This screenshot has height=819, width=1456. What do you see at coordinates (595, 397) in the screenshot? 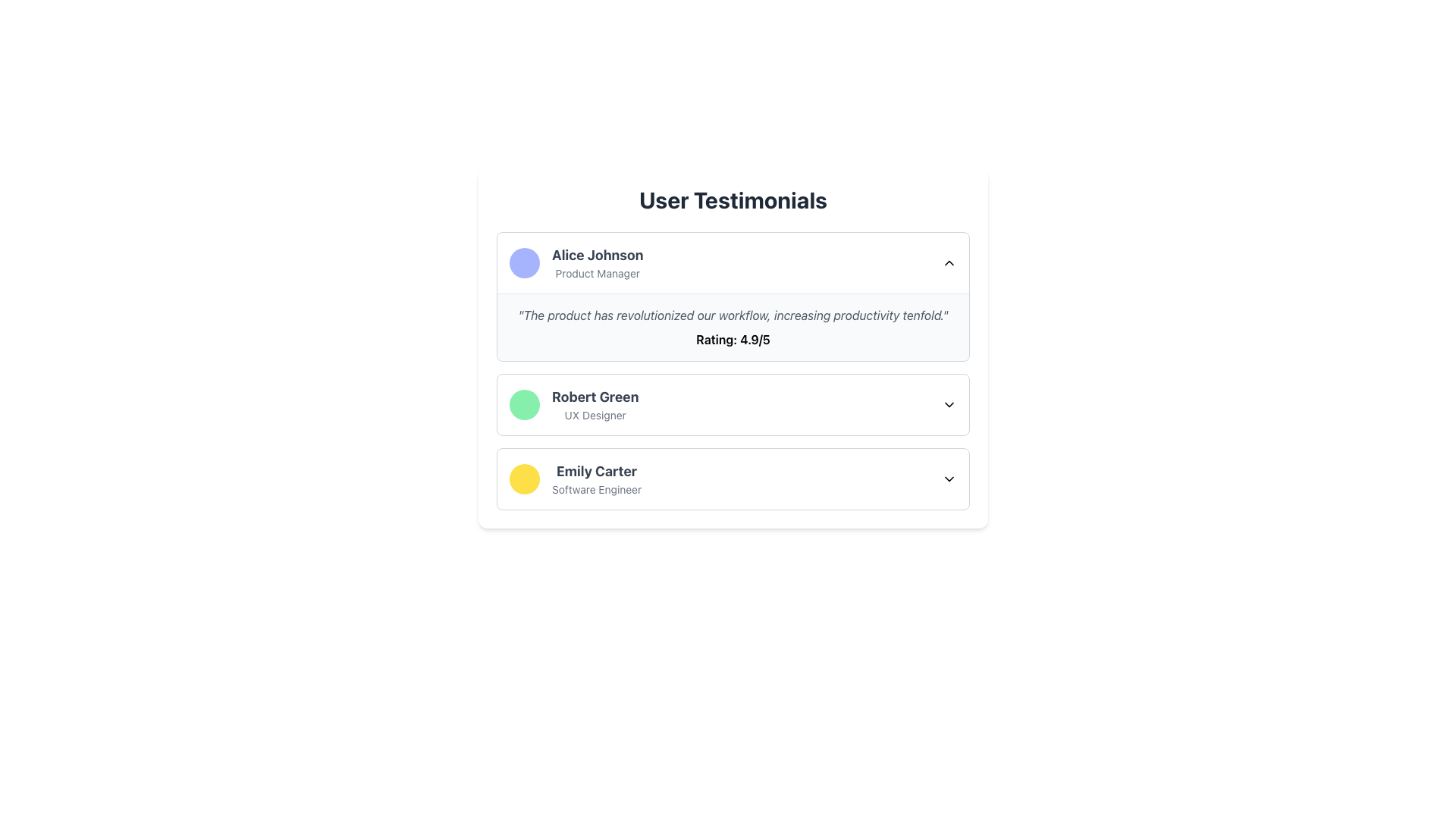
I see `the text label displaying the name 'Robert Green', which is in bold, large-sized font and dark gray color, positioned above the 'UX Designer' text in the 'User Testimonials' section` at bounding box center [595, 397].